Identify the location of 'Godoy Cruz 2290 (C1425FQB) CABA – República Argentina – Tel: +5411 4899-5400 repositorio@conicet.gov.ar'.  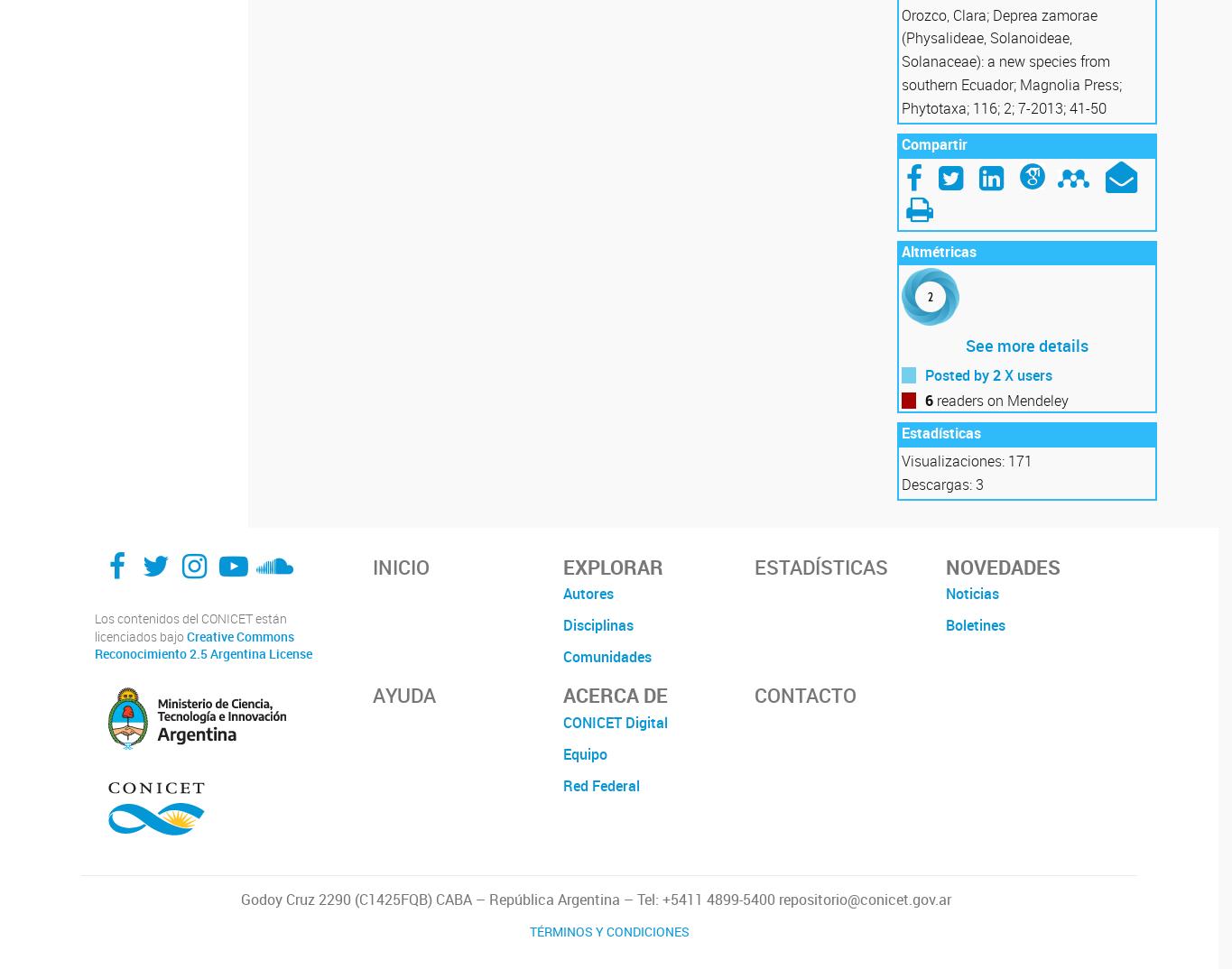
(240, 898).